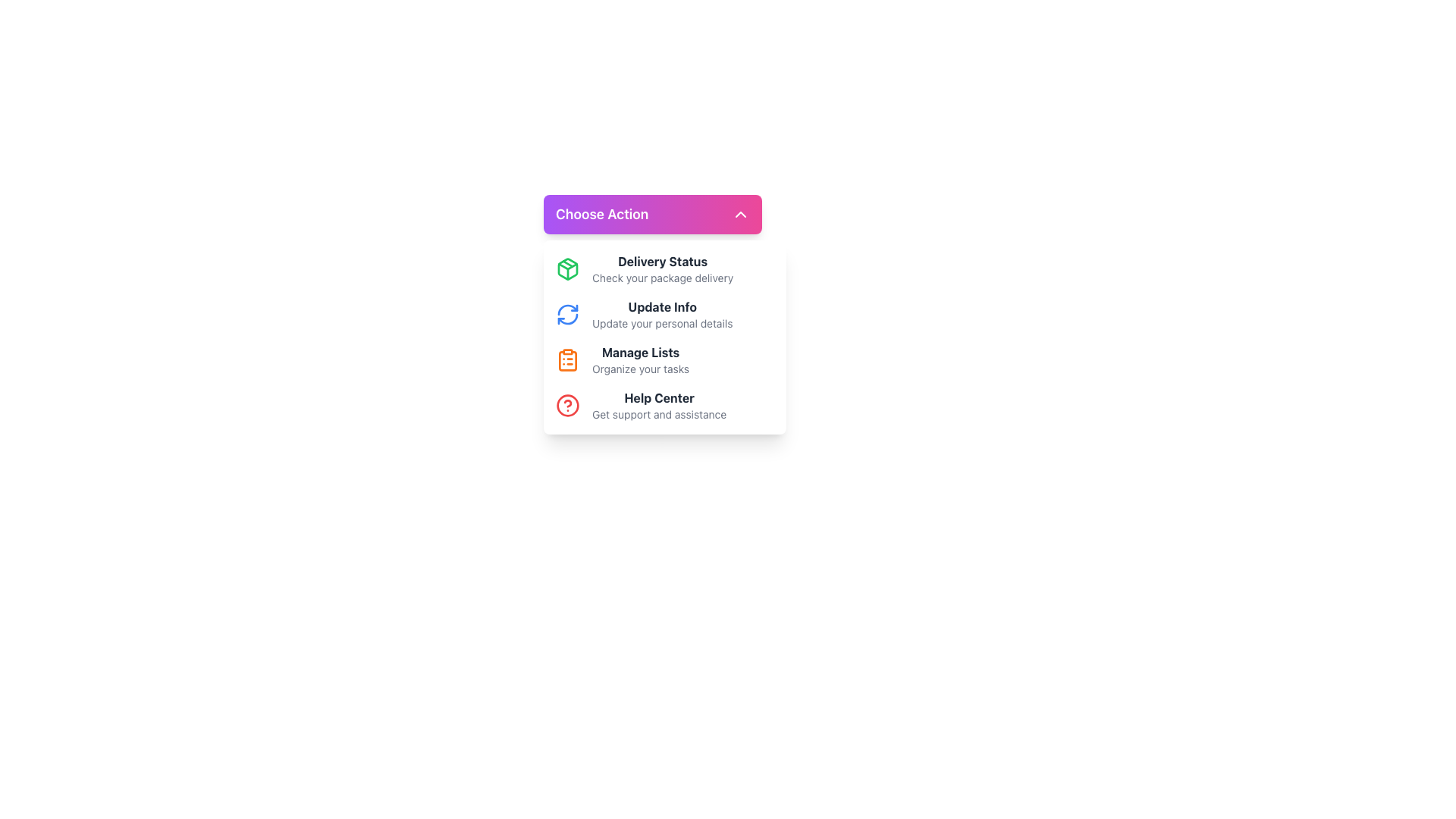 This screenshot has width=1456, height=819. What do you see at coordinates (566, 268) in the screenshot?
I see `SVG structure of the 'Delivery Status' icon located in the 'Choose Action' dropdown menu, which is visually represented and aligned to the left of the 'Delivery Status' option` at bounding box center [566, 268].